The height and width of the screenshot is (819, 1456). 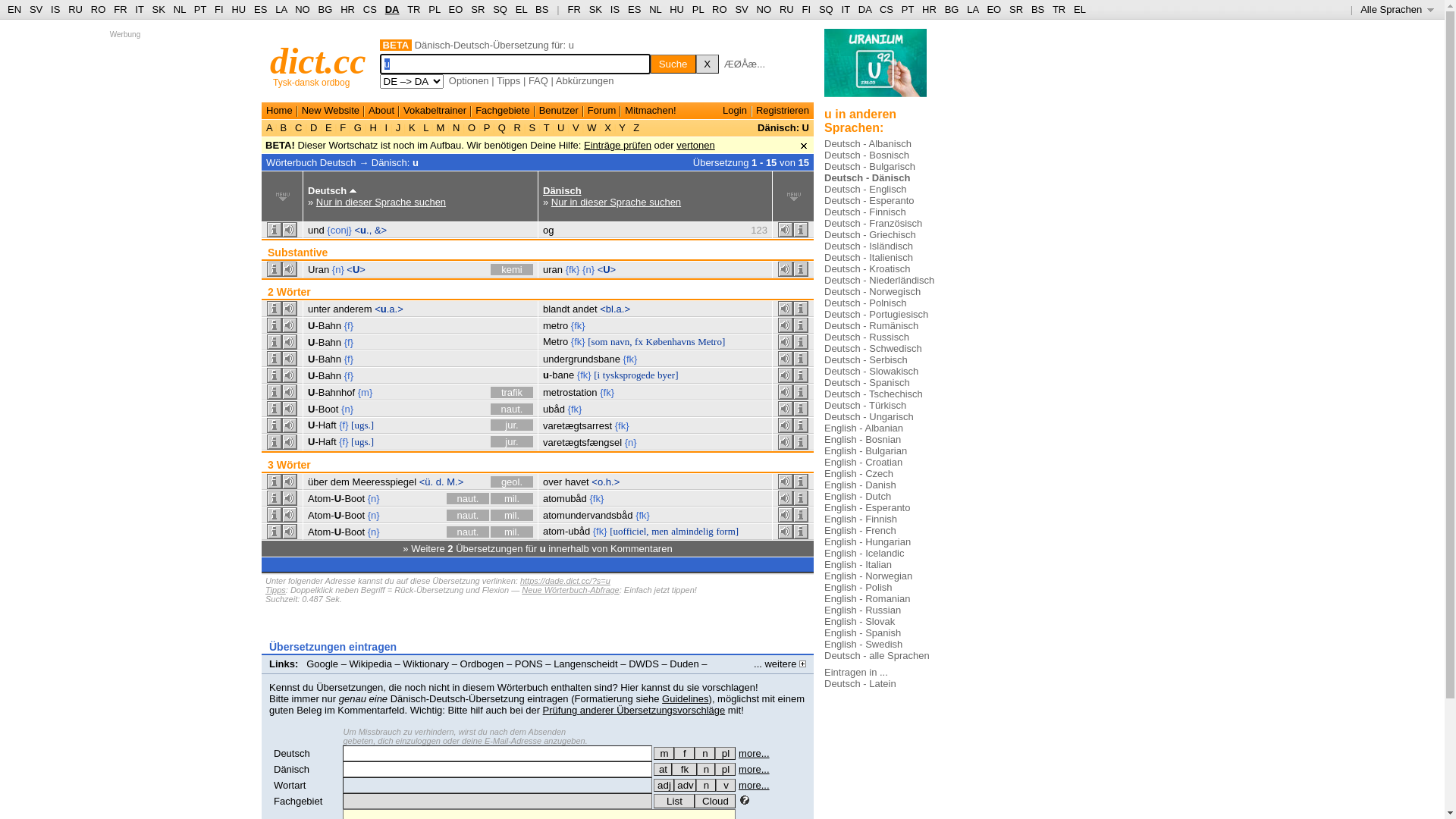 What do you see at coordinates (347, 9) in the screenshot?
I see `'HR'` at bounding box center [347, 9].